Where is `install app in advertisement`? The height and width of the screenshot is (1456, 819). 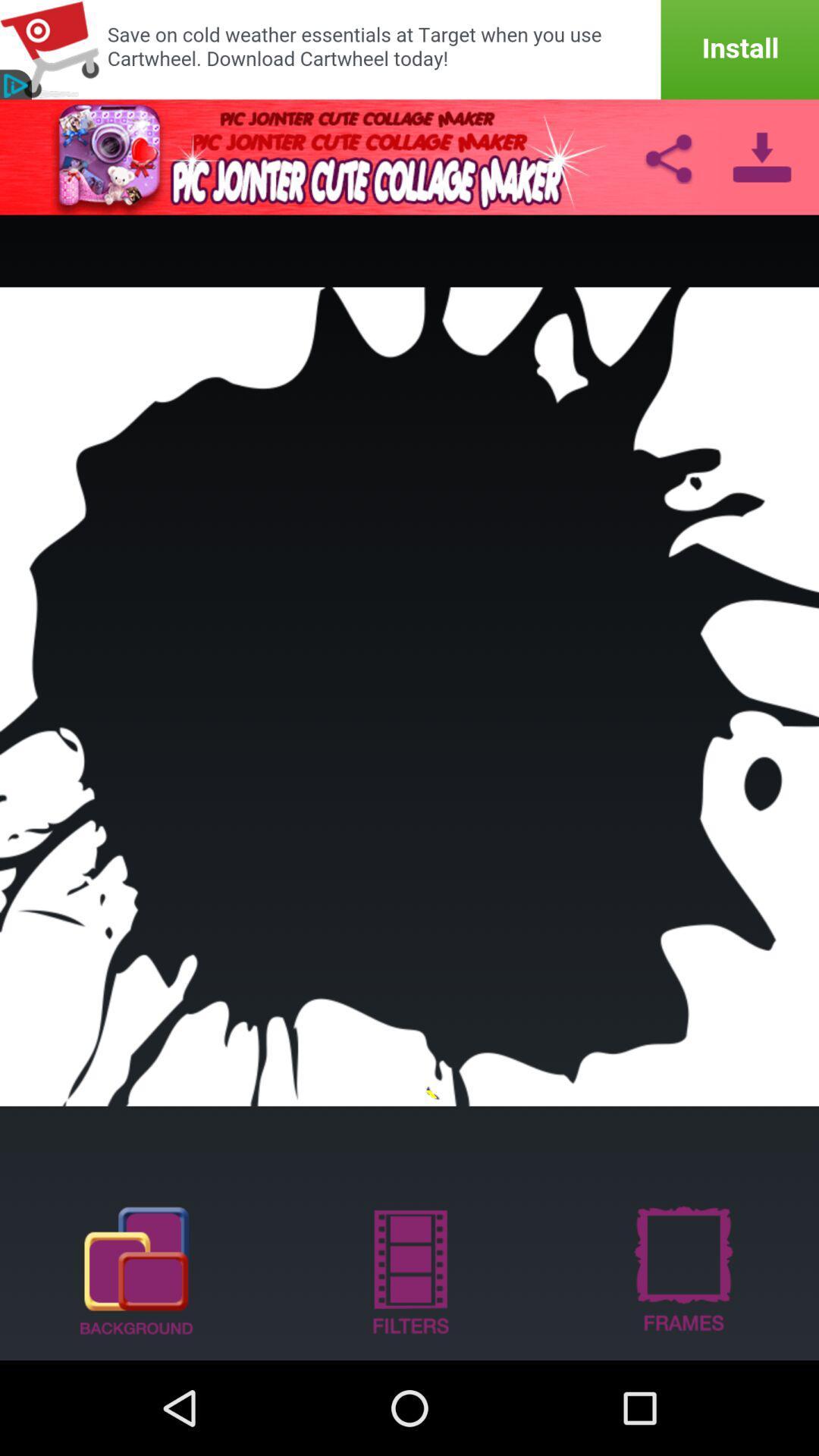
install app in advertisement is located at coordinates (409, 49).